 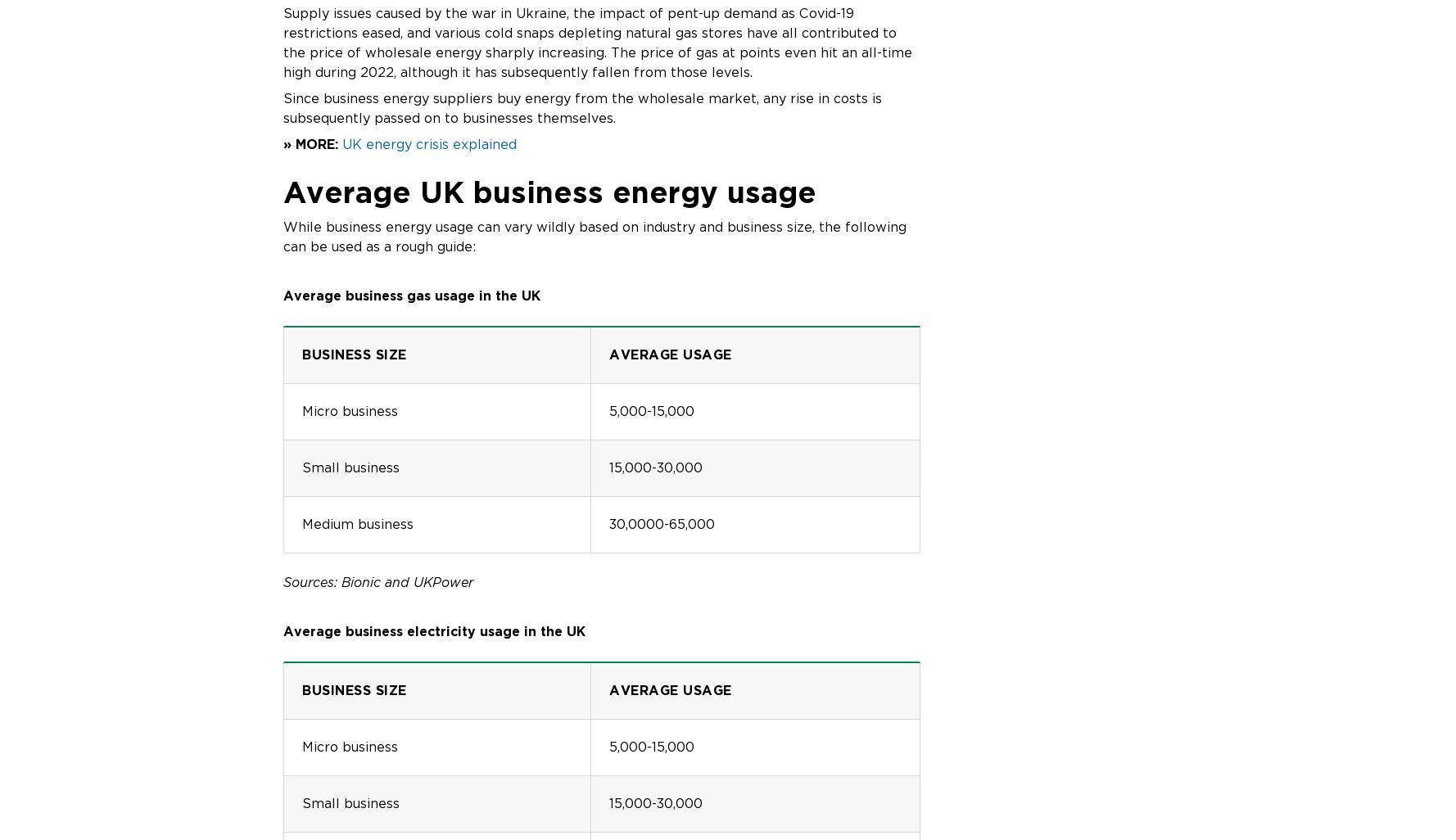 I want to click on 'Average business electricity usage in the UK', so click(x=434, y=630).